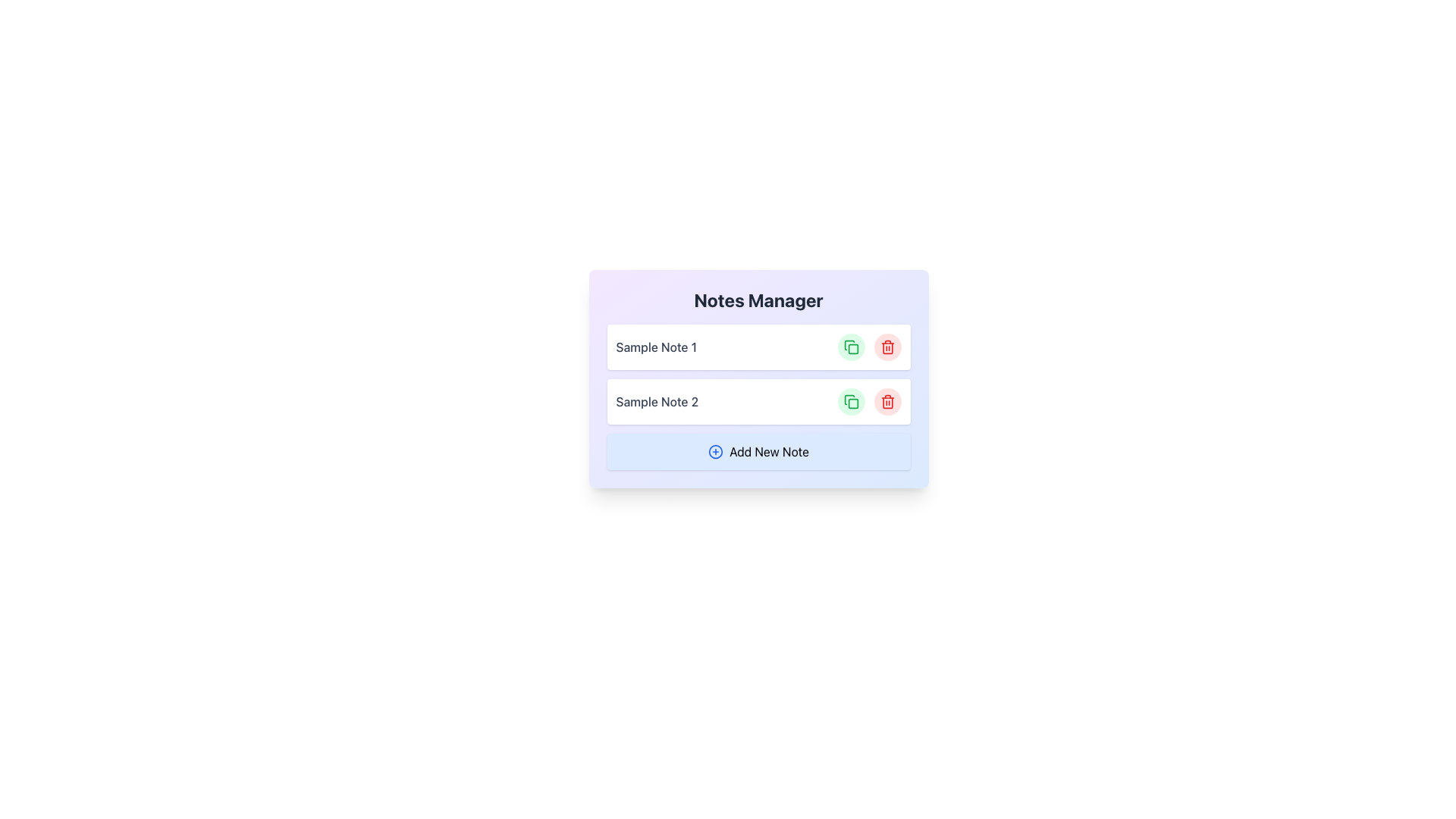 The height and width of the screenshot is (819, 1456). I want to click on the green button that resembles two overlapping squares, located in the upper-right corner of the list item labeled 'Sample Note 1', so click(869, 347).